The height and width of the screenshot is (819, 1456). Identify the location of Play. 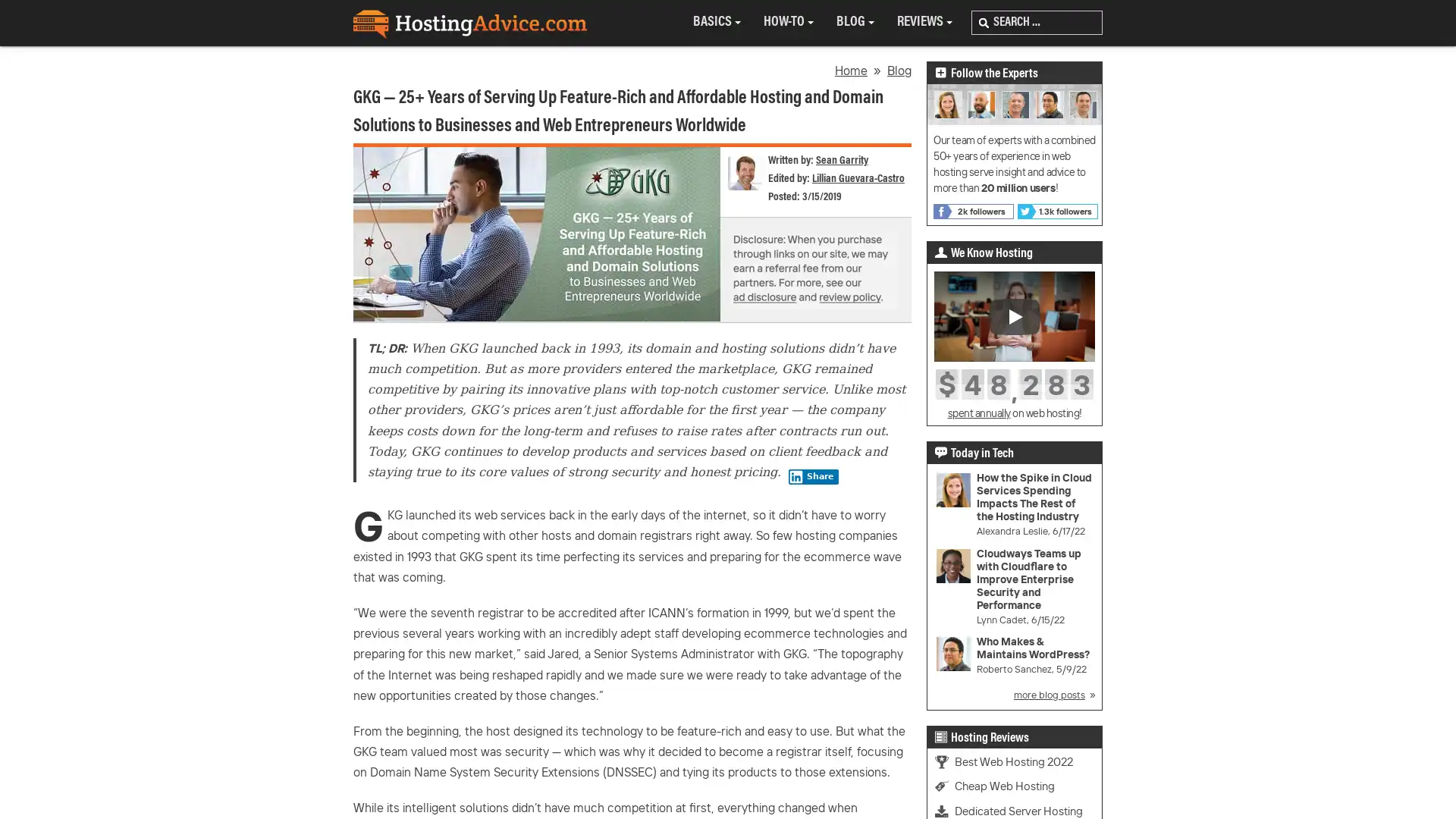
(1015, 315).